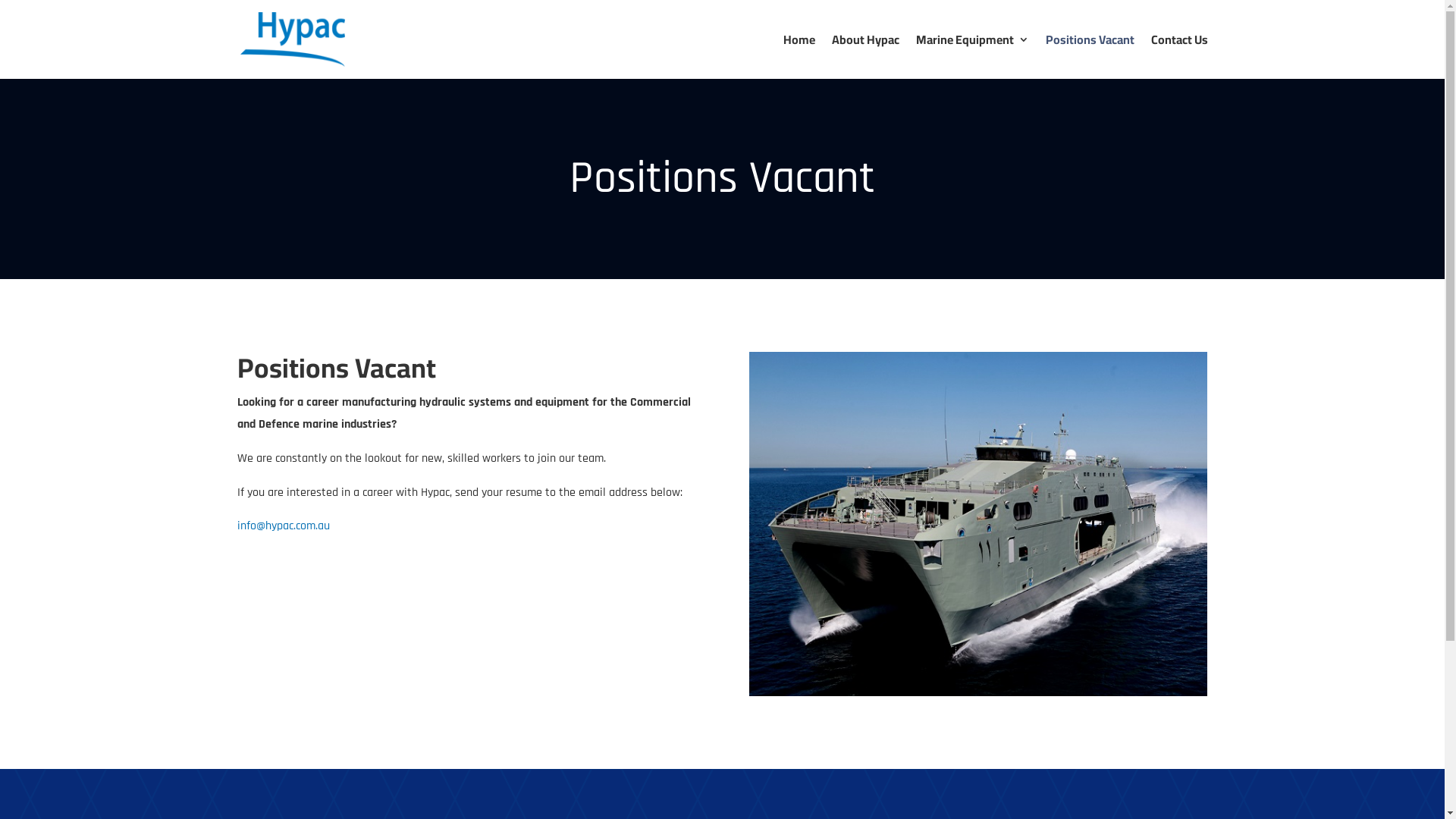 This screenshot has height=819, width=1456. Describe the element at coordinates (864, 55) in the screenshot. I see `'About Hypac'` at that location.